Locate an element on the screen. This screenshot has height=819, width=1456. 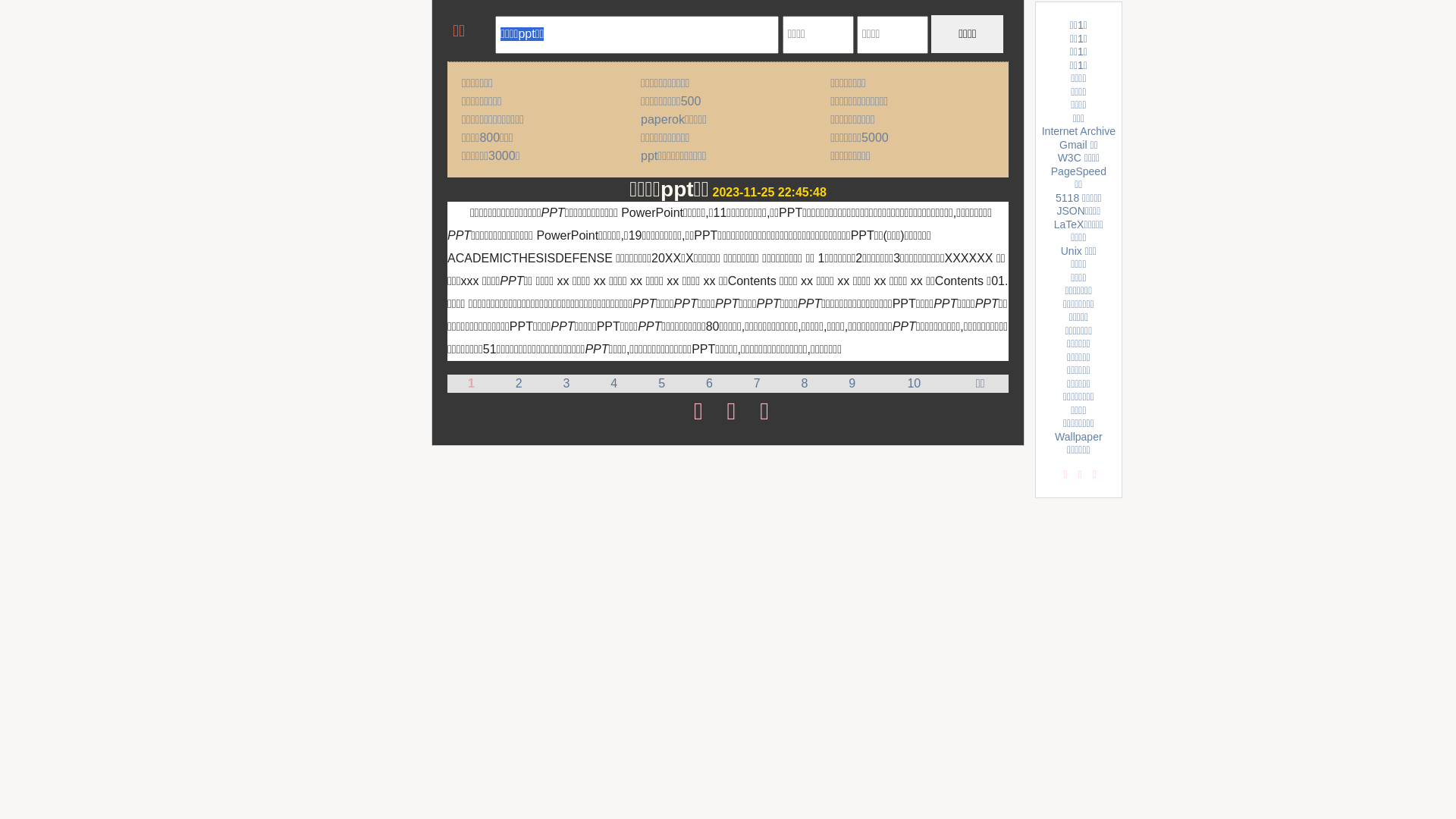
'PageSpeed' is located at coordinates (1078, 171).